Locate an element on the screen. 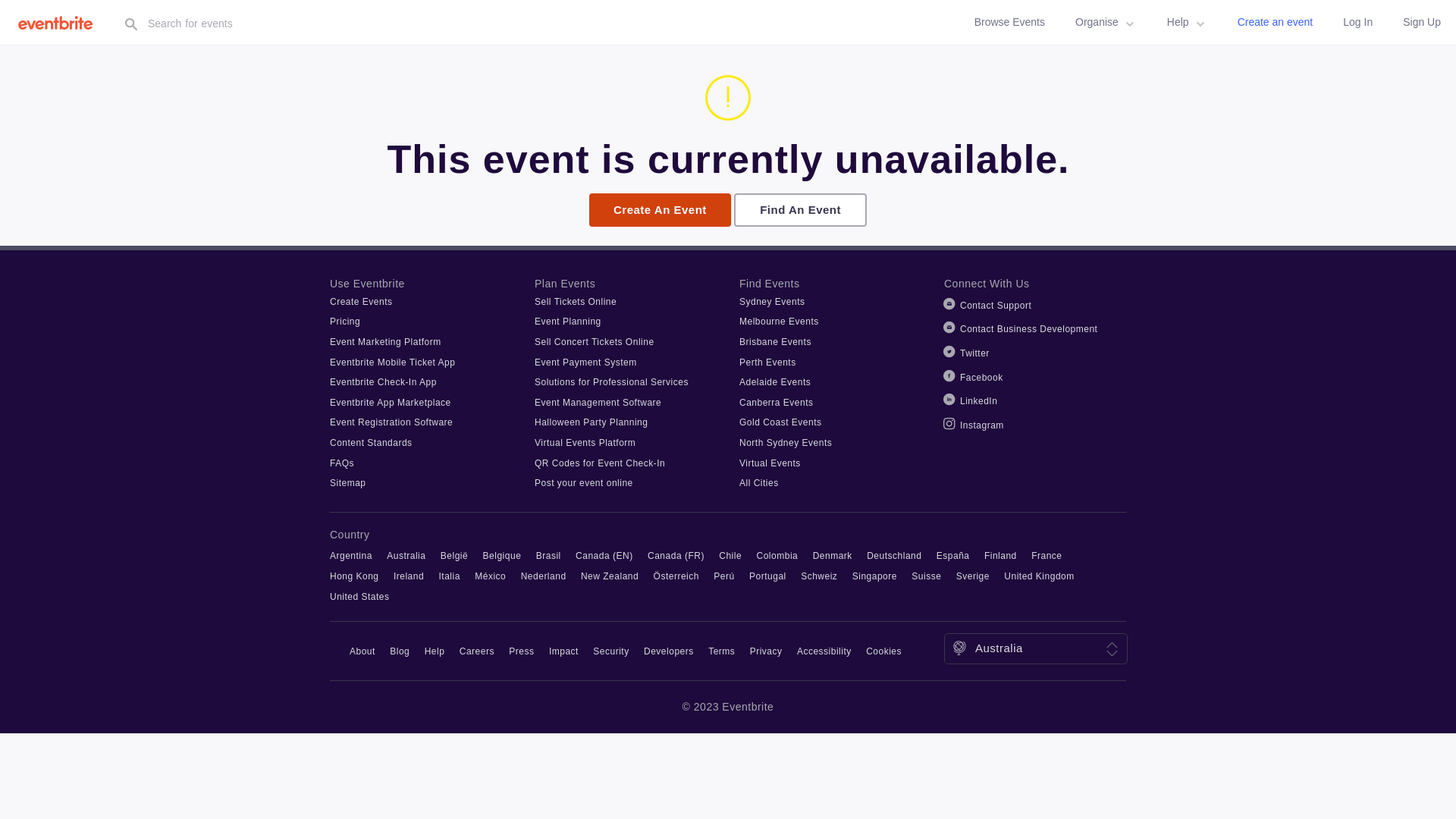  'France' is located at coordinates (1031, 555).